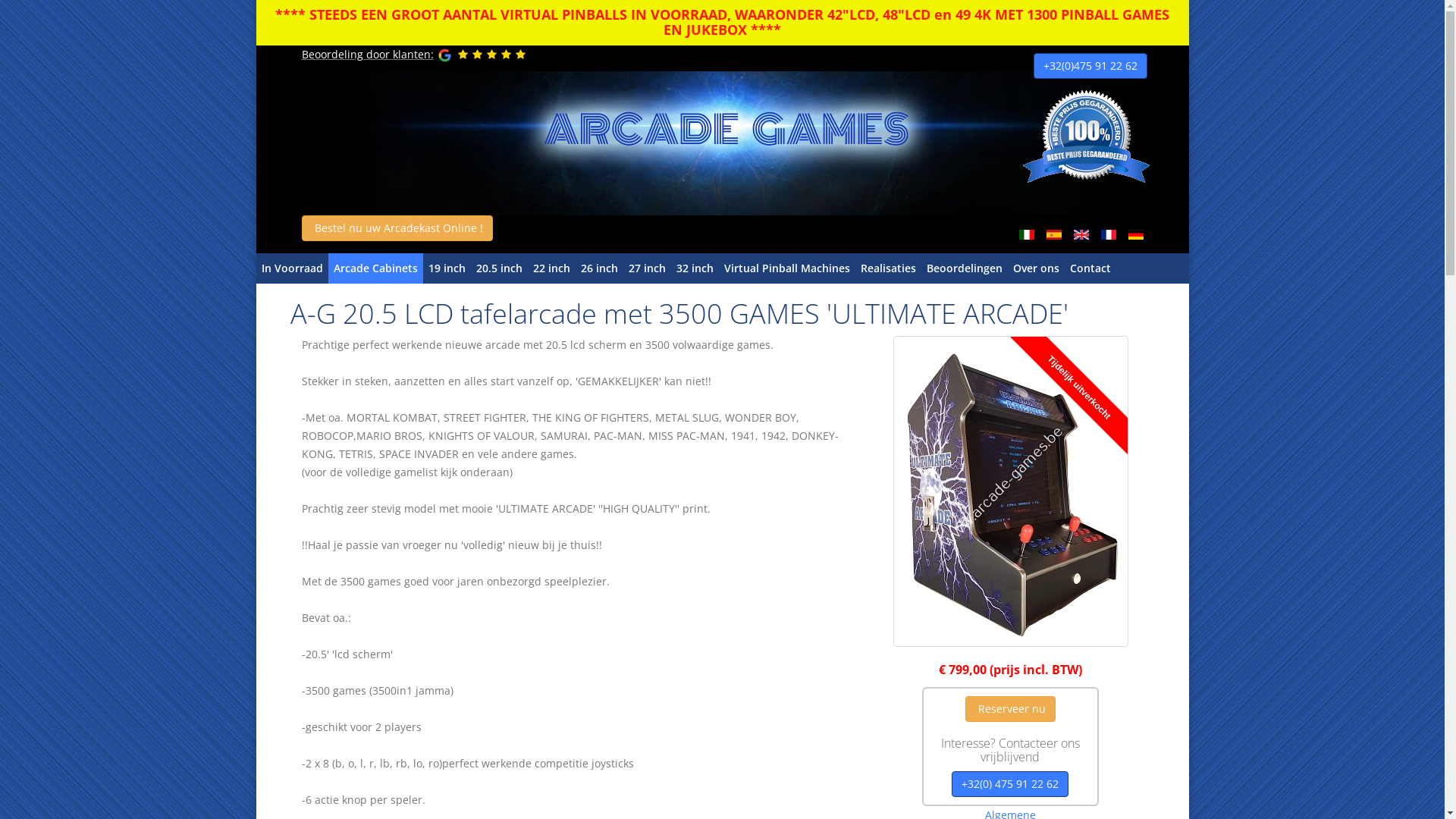  I want to click on 'Beoordelingen', so click(963, 268).